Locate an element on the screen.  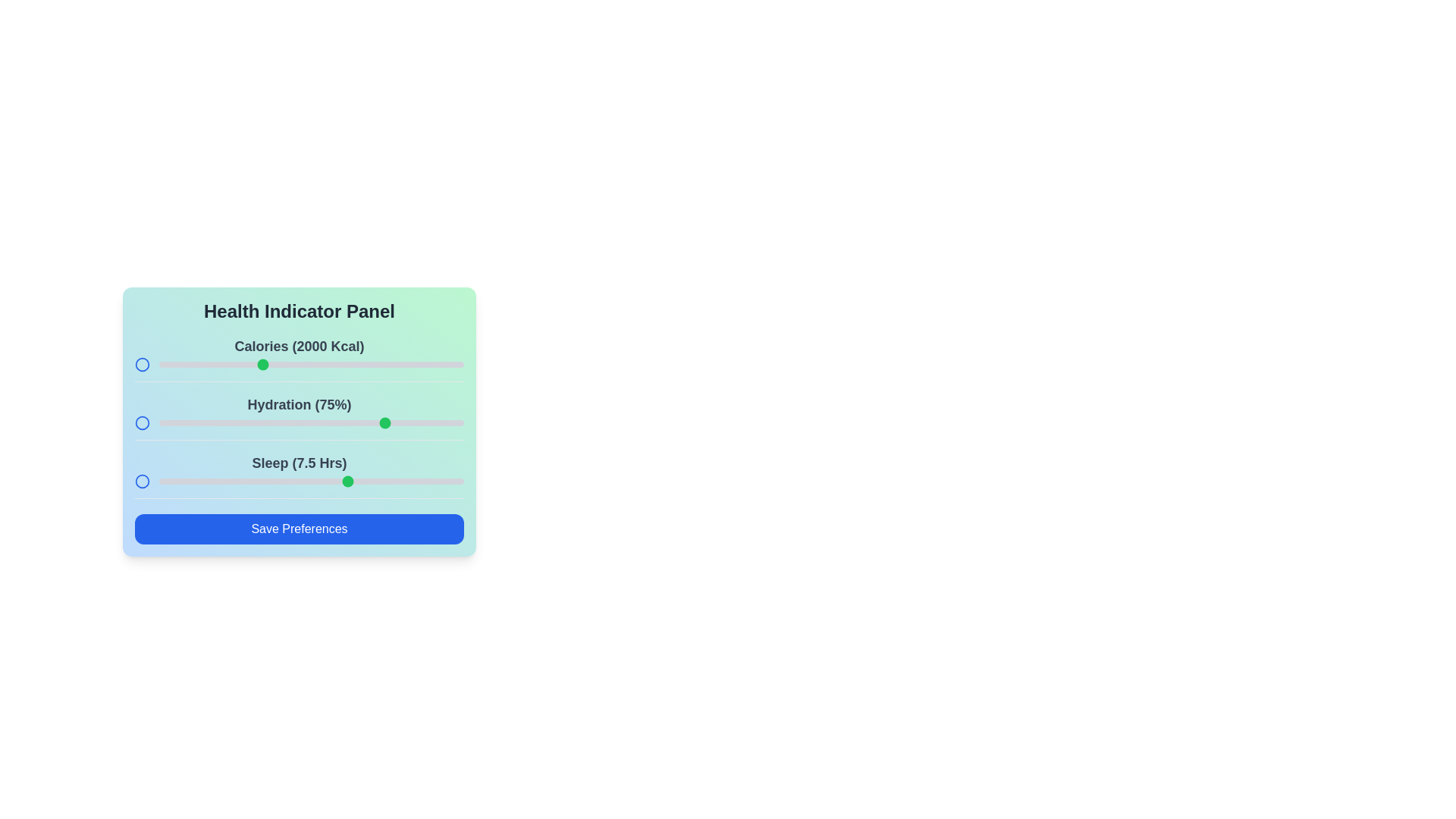
the hydration slider to 84% is located at coordinates (415, 423).